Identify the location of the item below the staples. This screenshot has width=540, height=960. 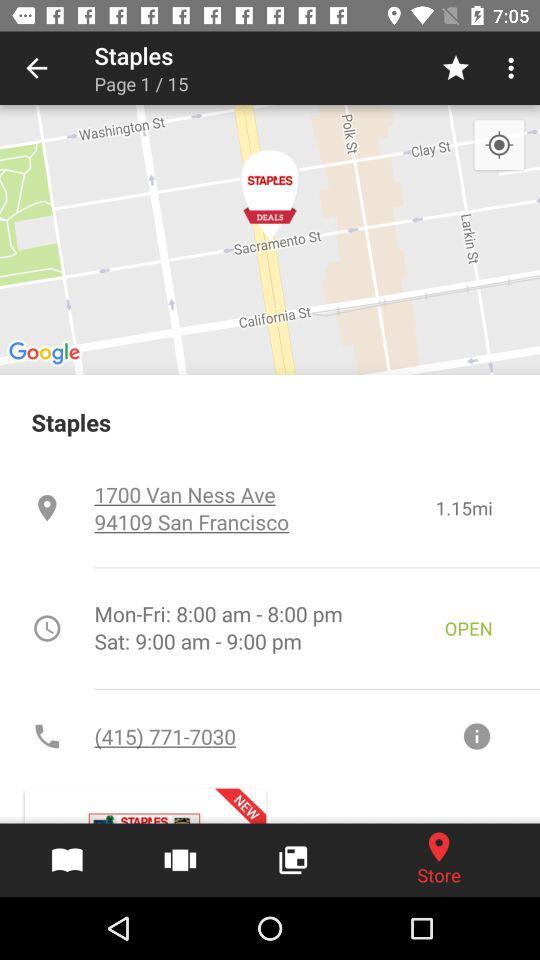
(265, 507).